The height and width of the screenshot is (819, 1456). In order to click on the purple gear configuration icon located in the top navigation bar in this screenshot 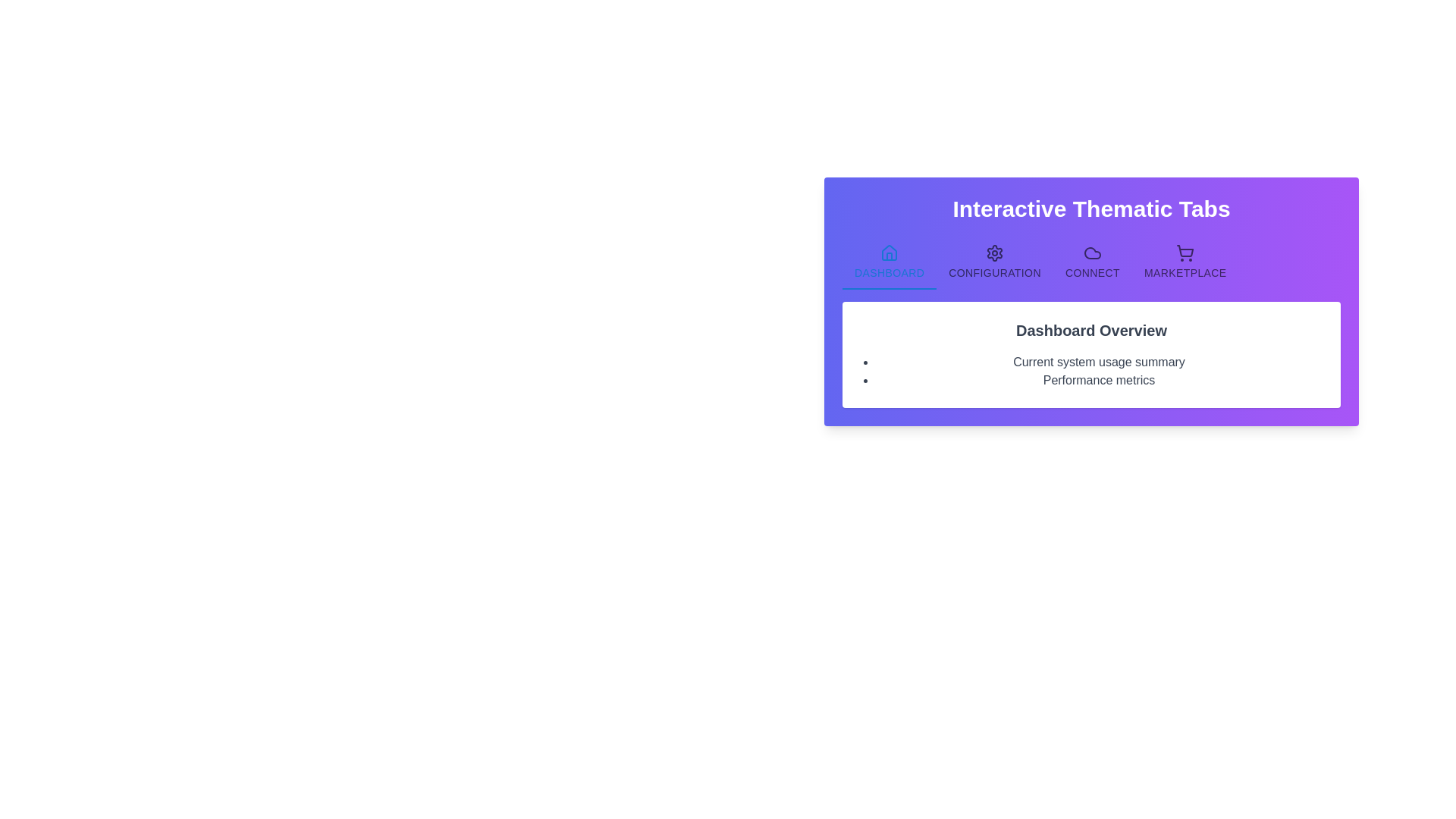, I will do `click(995, 253)`.